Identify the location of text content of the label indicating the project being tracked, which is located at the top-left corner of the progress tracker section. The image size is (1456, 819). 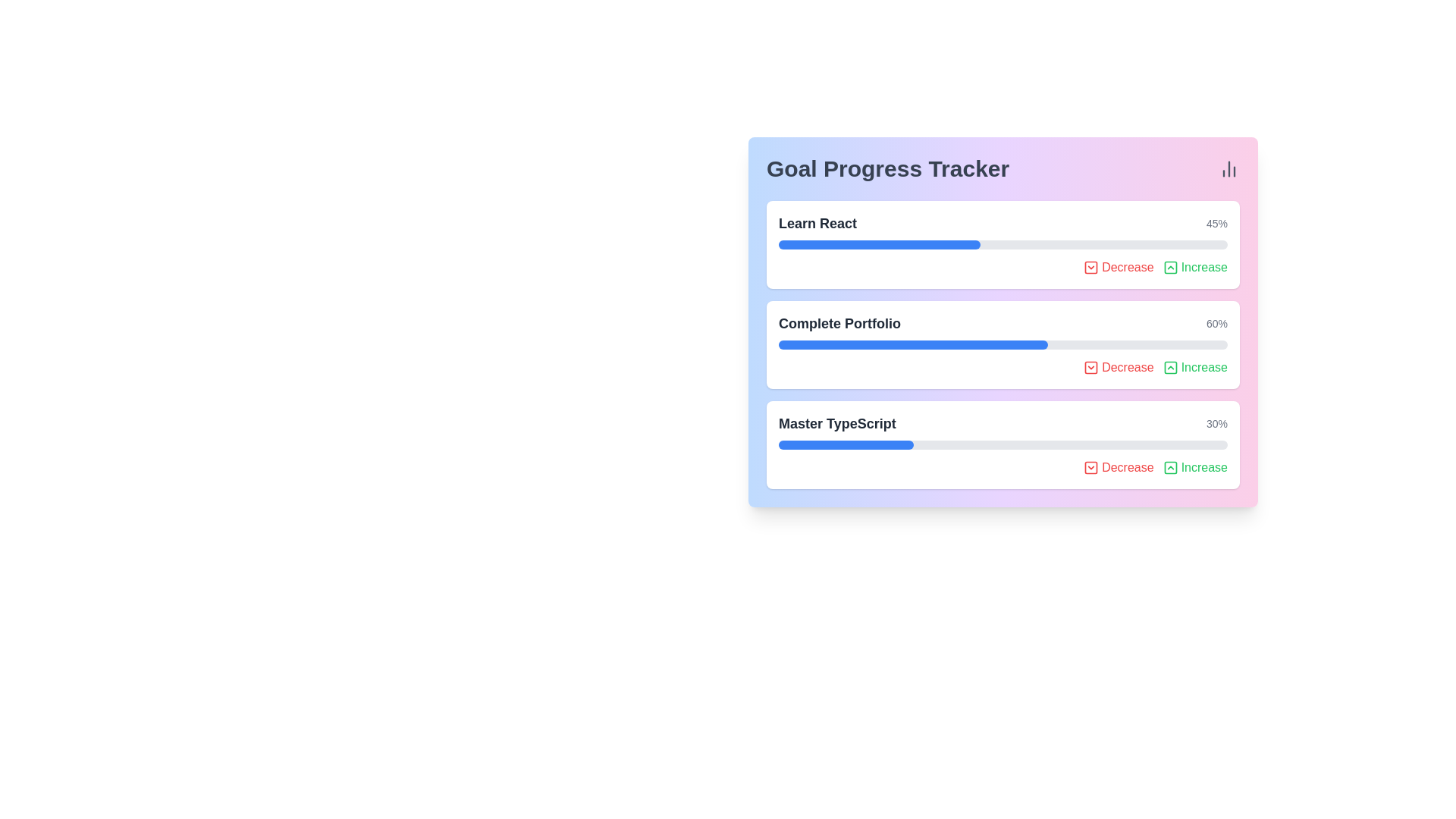
(817, 223).